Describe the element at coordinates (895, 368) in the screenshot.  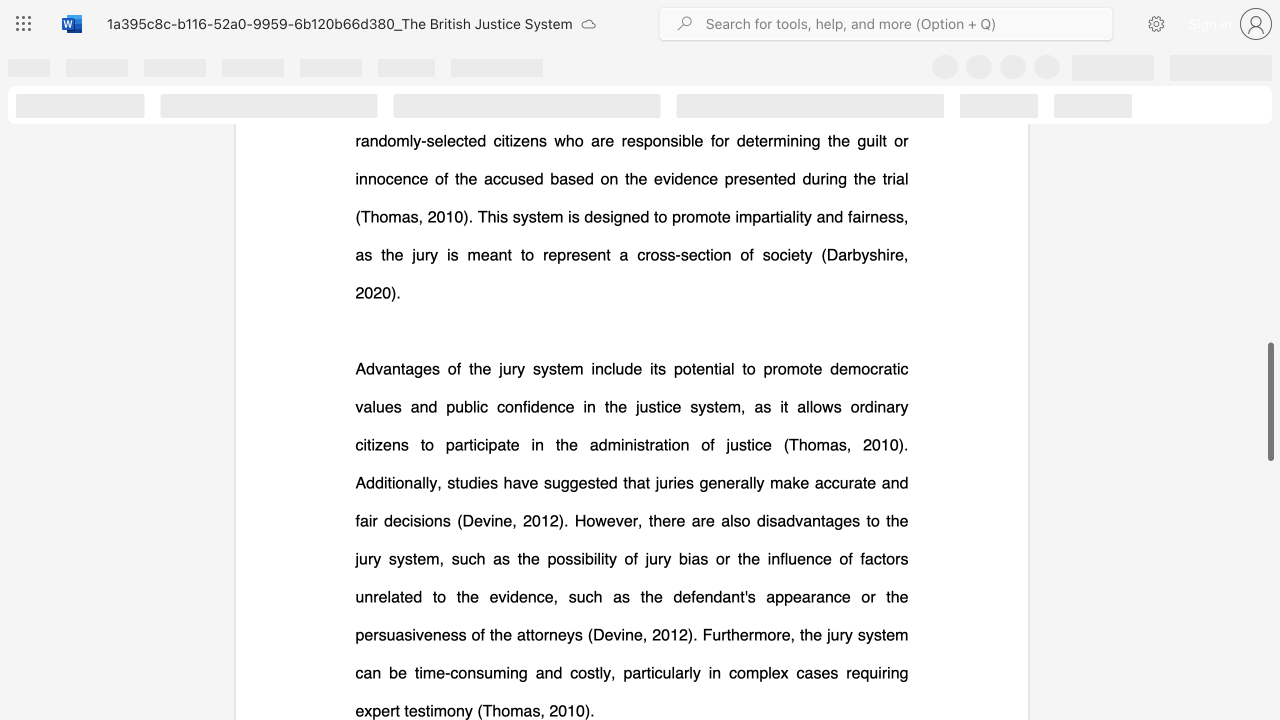
I see `the subset text "ic values and public confidence in the justice system, as it allows ordinary citizens to participate in the administration of justice (Thomas, 2010). Additionally, studies have suggested that juries generally mak" within the text "Advantages of the jury system include its potential to promote democratic values and public confidence in the justice system, as it allows ordinary citizens to participate in the administration of justice (Thomas, 2010). Additionally, studies have suggested that juries generally make accurate and fair decisions (Devine, 2012). However, there are also disadvantages to the jury system, such as the possibility of jury bias or the influence of factors unrelated to the evidence, such as the defendant"` at that location.